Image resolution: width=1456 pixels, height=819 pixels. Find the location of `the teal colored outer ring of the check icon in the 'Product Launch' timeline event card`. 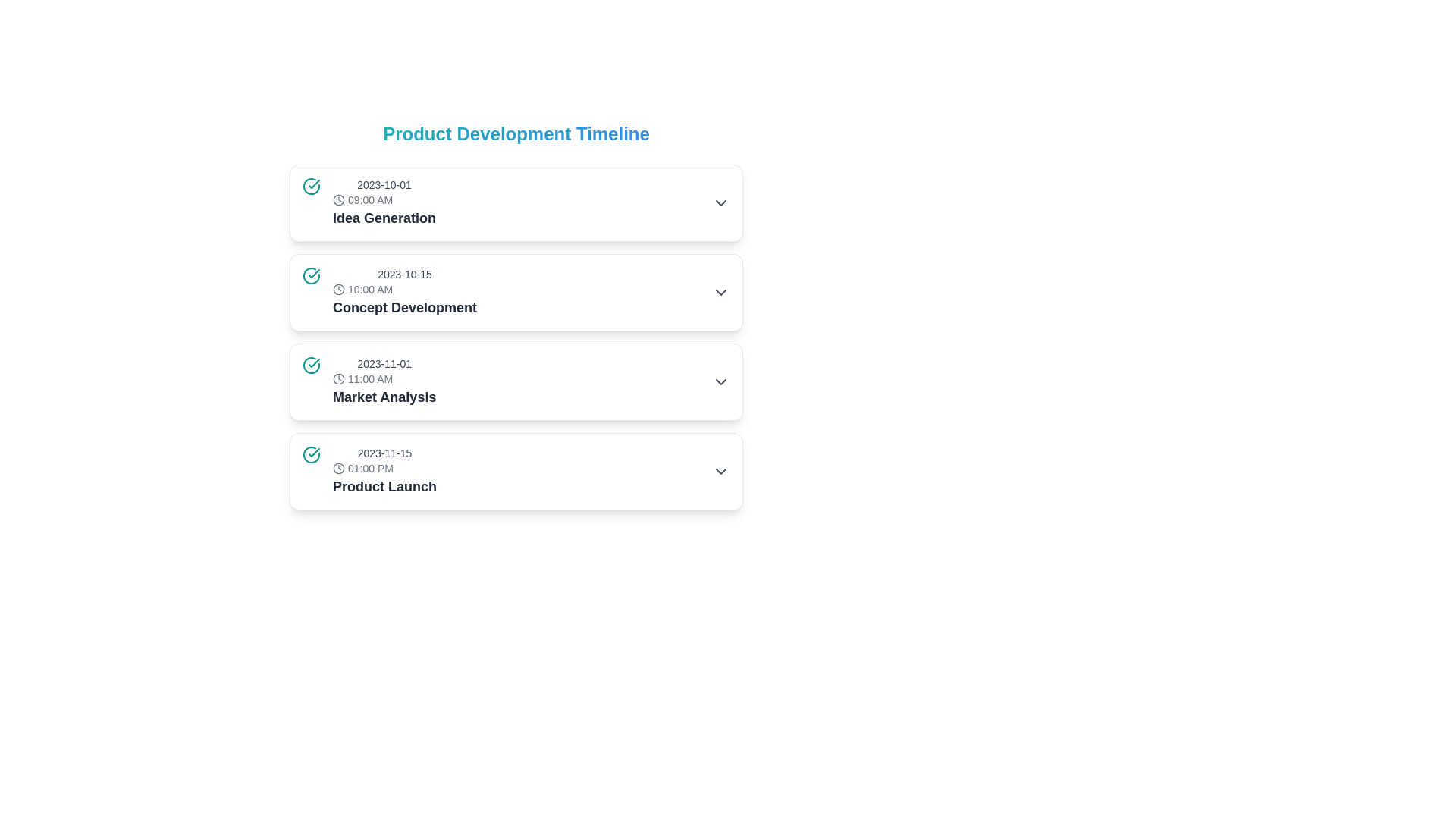

the teal colored outer ring of the check icon in the 'Product Launch' timeline event card is located at coordinates (311, 454).